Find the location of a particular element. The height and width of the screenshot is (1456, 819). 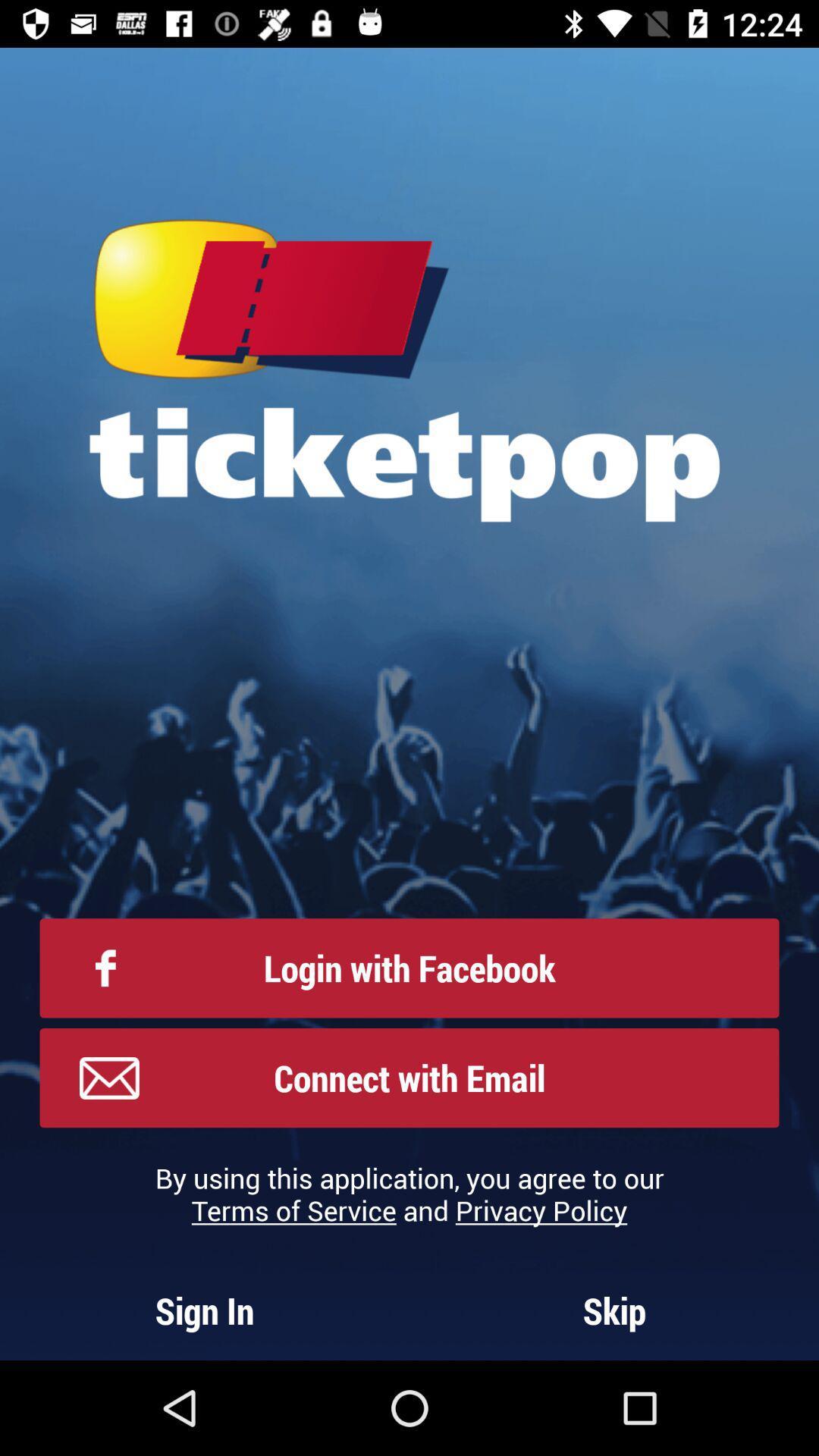

icon above sign in item is located at coordinates (409, 1193).